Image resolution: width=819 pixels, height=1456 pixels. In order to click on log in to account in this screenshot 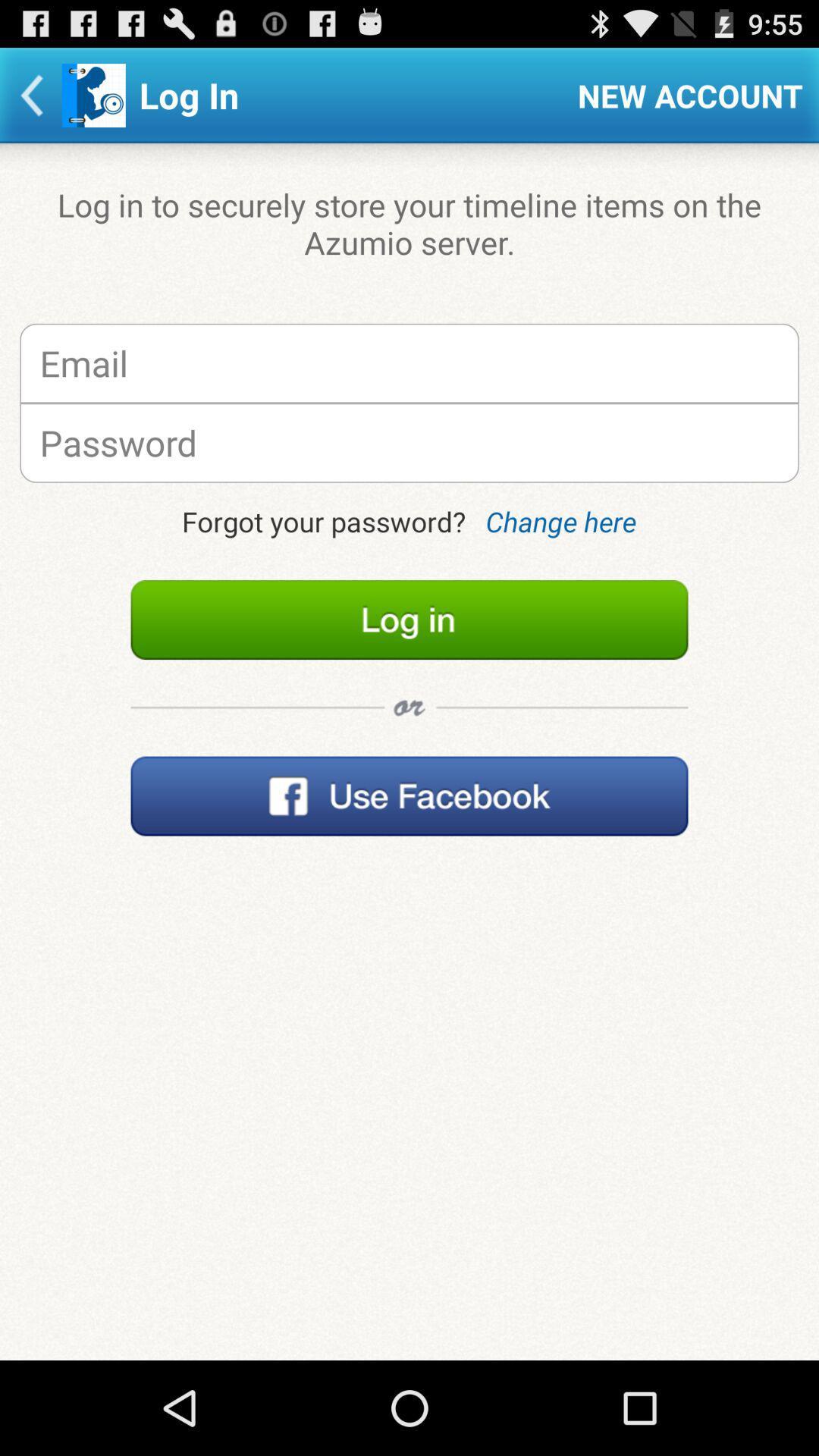, I will do `click(409, 620)`.